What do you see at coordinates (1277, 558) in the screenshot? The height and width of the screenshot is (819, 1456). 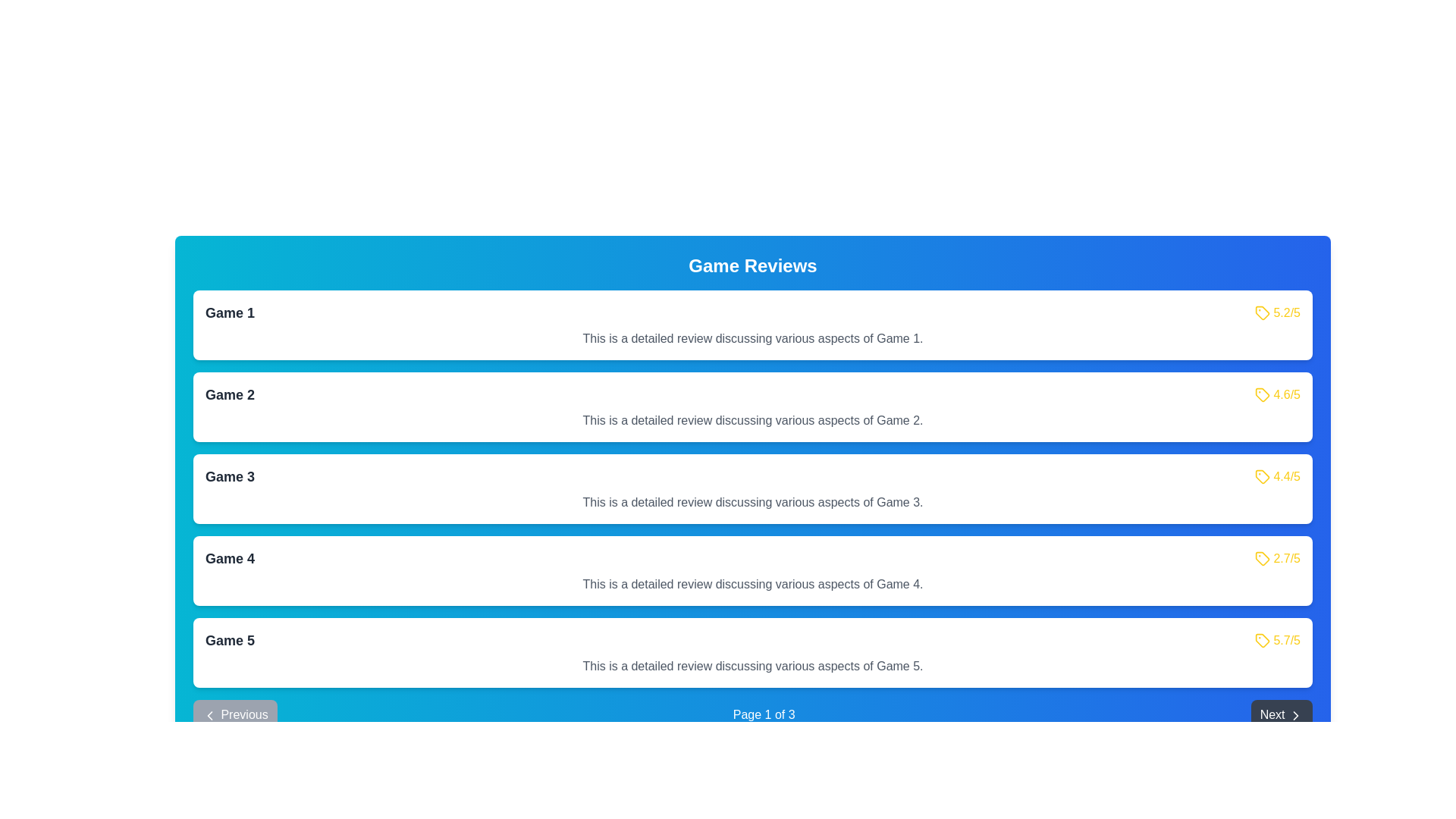 I see `the yellow-colored star rating label displaying '2.7/5' adjacent to the title 'Game 4' on the far right of the list` at bounding box center [1277, 558].